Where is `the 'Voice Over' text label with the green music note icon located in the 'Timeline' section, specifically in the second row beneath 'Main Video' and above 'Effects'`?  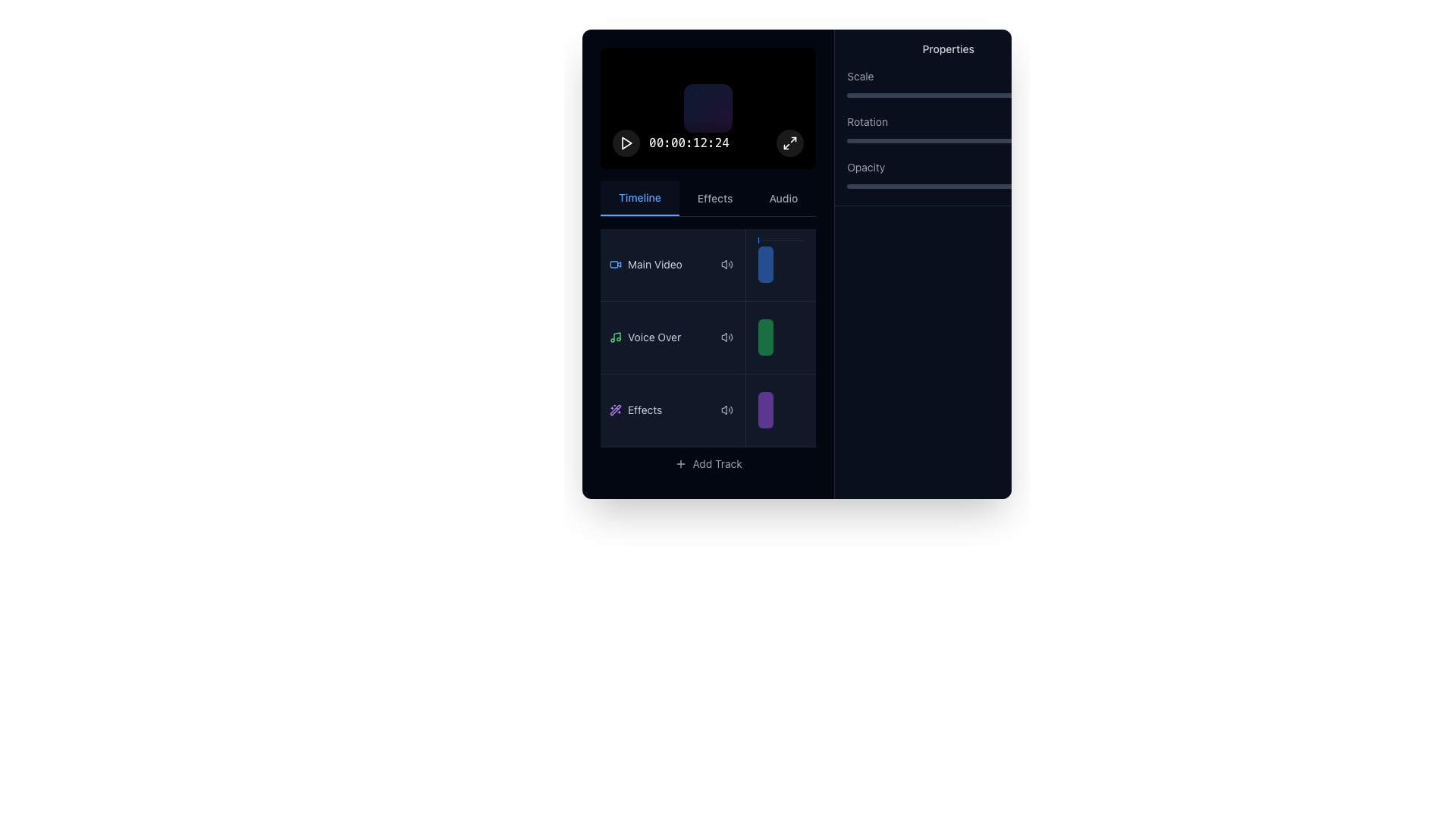 the 'Voice Over' text label with the green music note icon located in the 'Timeline' section, specifically in the second row beneath 'Main Video' and above 'Effects' is located at coordinates (673, 336).